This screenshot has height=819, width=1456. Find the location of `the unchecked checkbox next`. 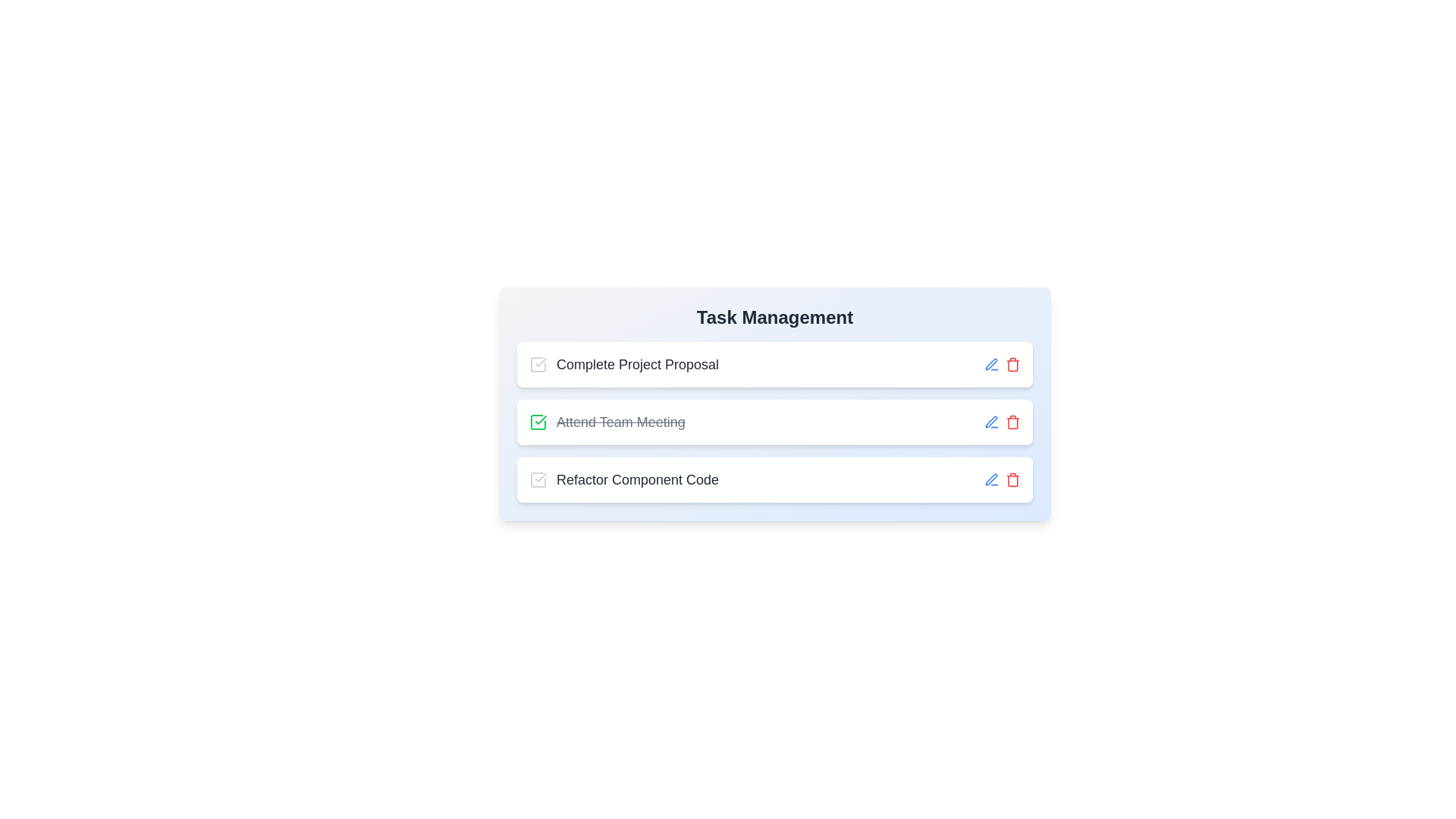

the unchecked checkbox next is located at coordinates (538, 479).